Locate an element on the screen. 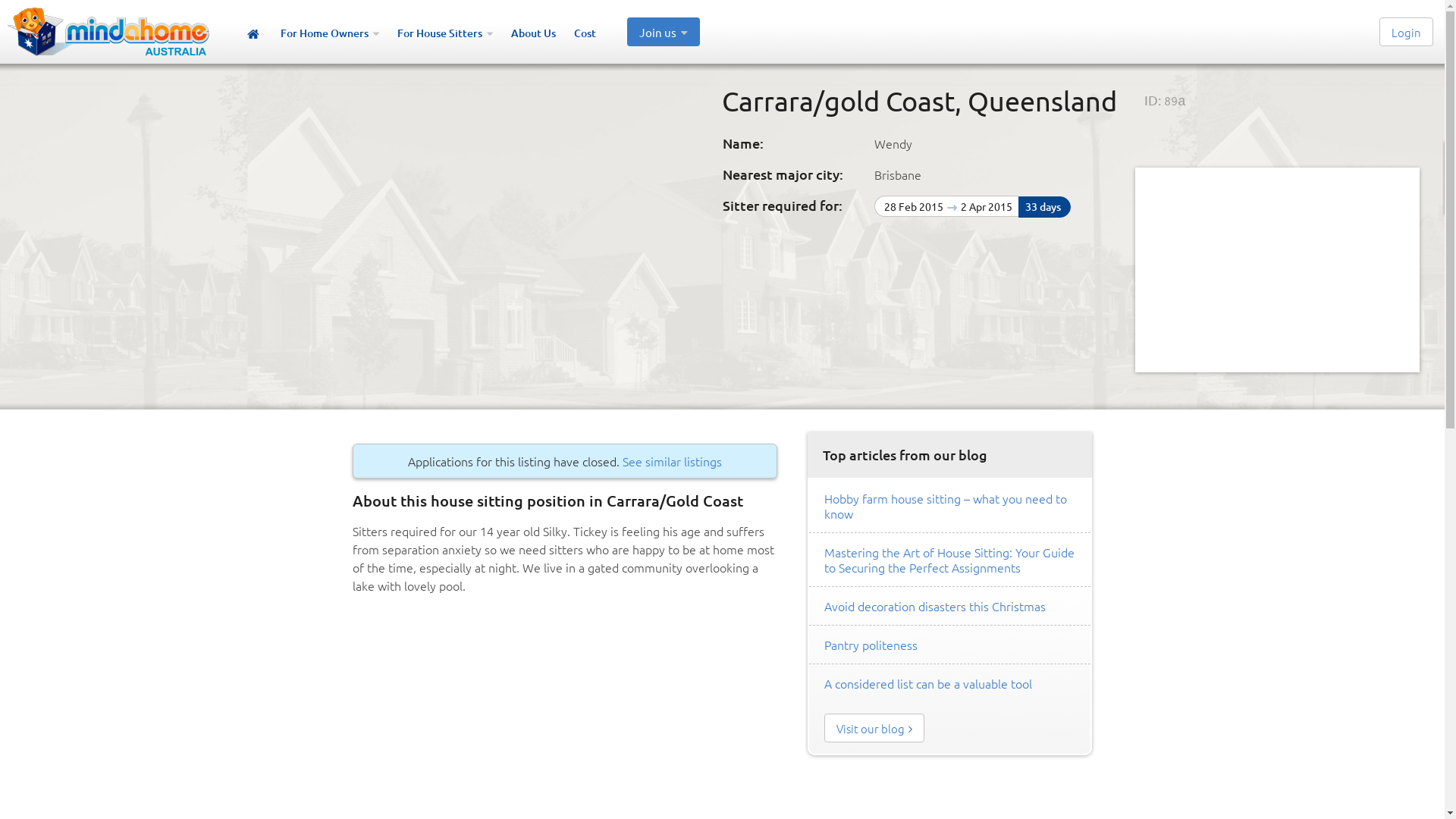 This screenshot has width=1456, height=819. 'For Home Owners' is located at coordinates (329, 34).